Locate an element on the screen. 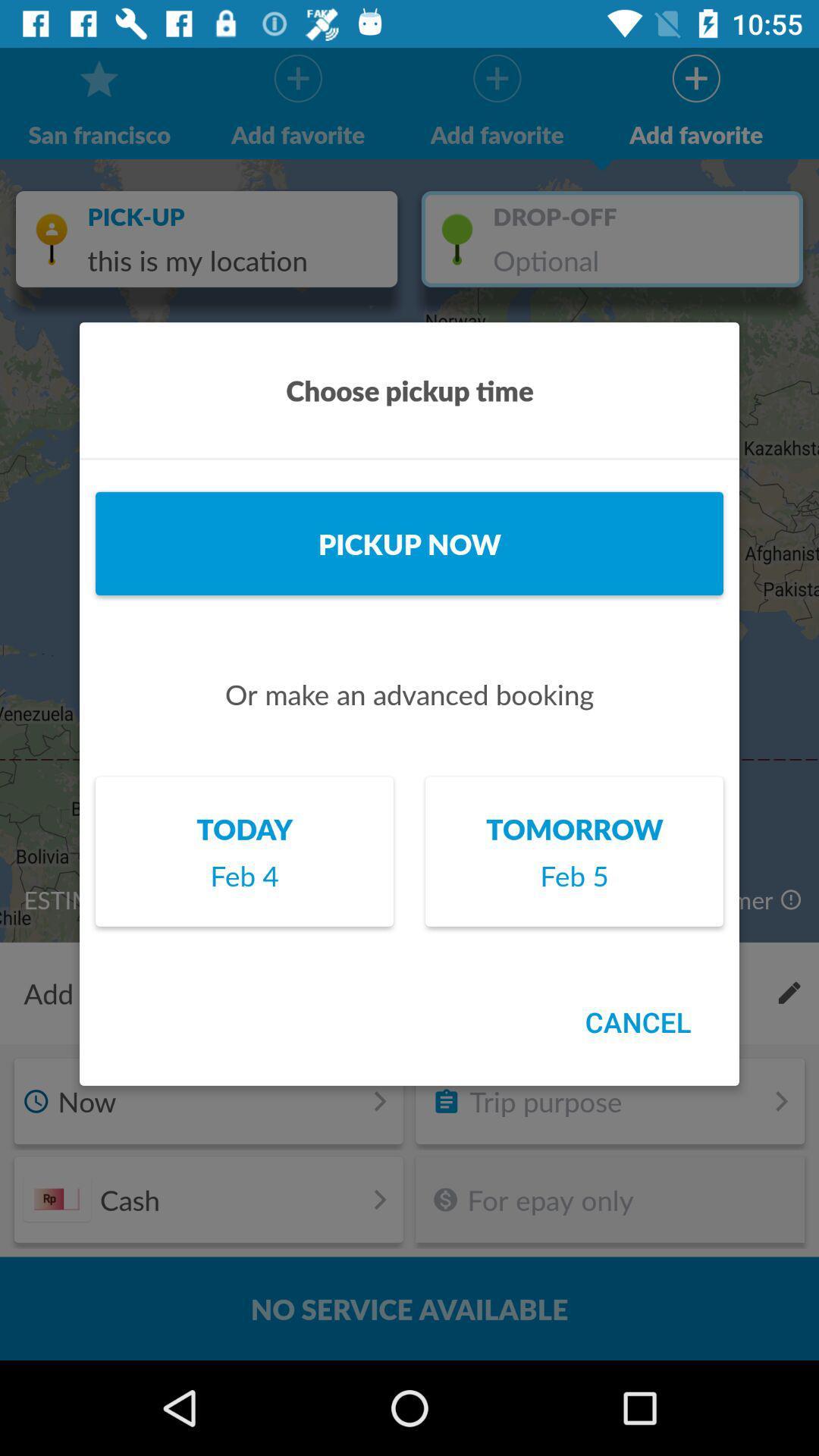 The image size is (819, 1456). icon below the feb 5 is located at coordinates (638, 1021).